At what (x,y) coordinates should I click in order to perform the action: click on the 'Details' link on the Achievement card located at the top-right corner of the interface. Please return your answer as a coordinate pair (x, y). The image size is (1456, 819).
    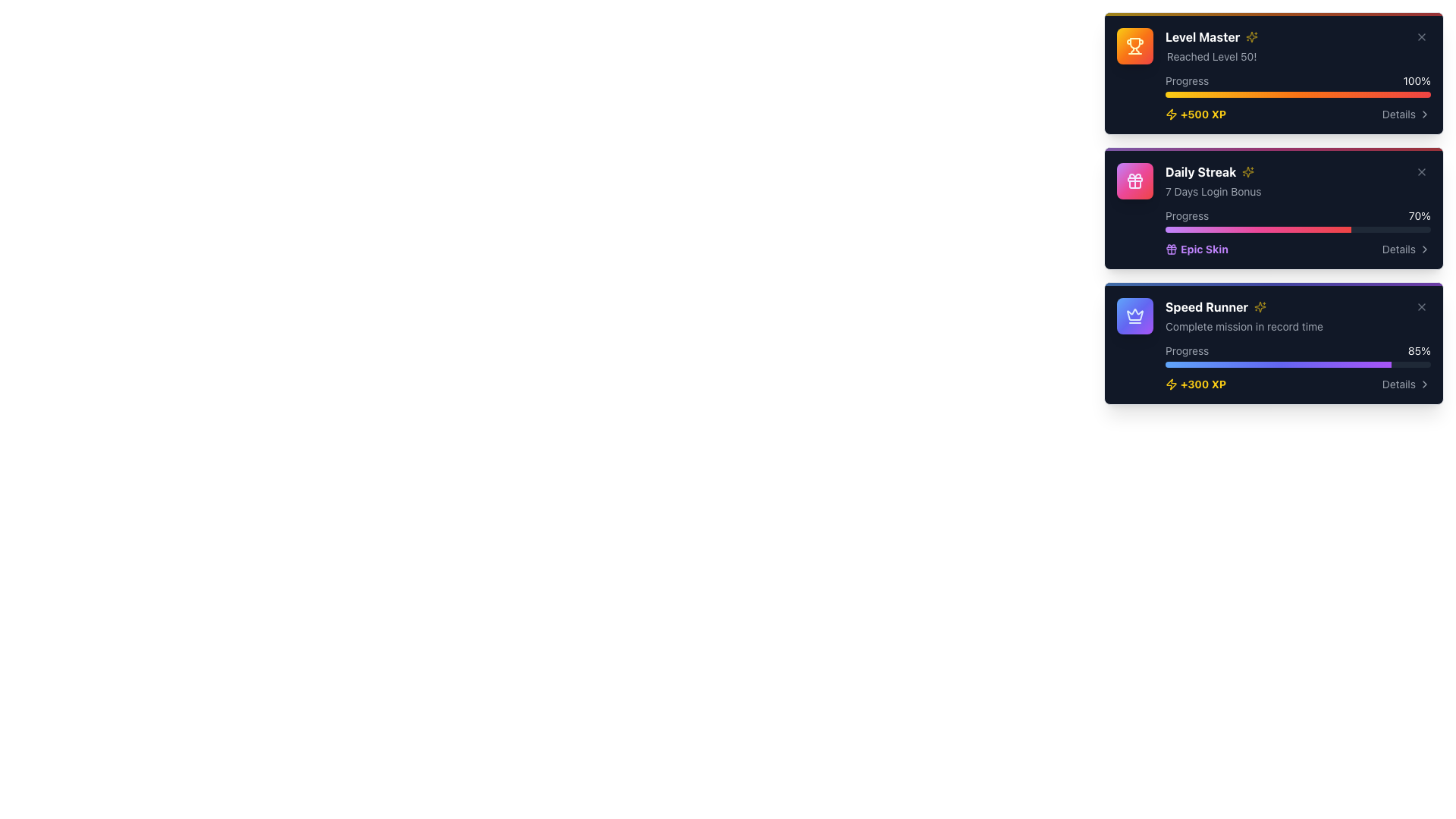
    Looking at the image, I should click on (1274, 75).